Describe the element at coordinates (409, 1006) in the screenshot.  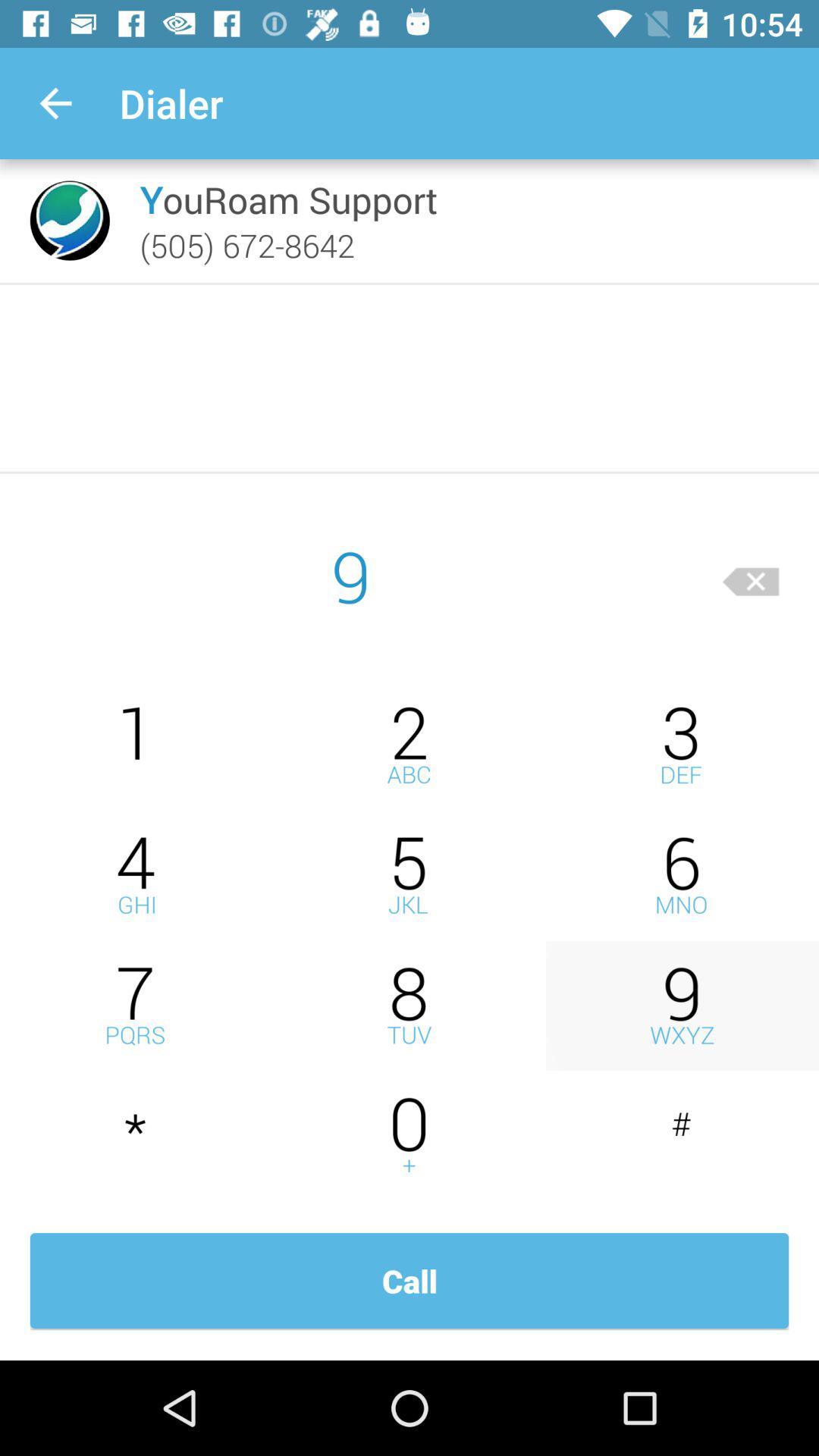
I see `click the number 8` at that location.